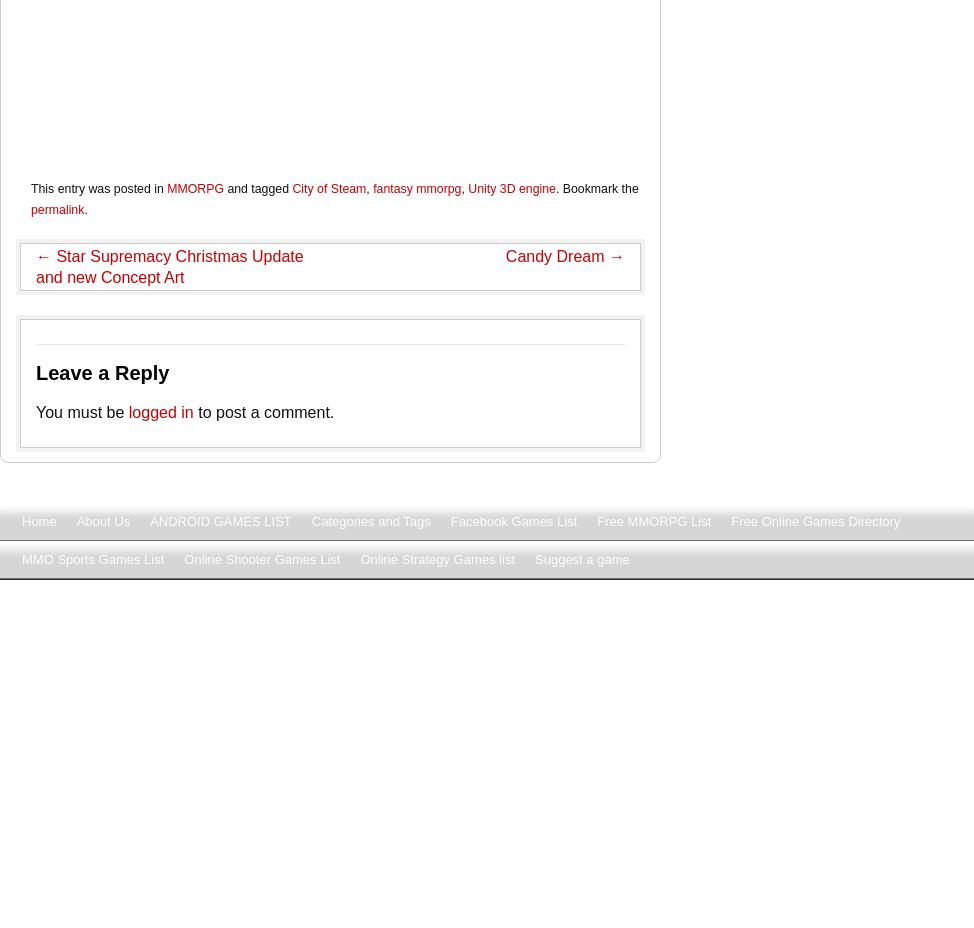 The width and height of the screenshot is (974, 928). What do you see at coordinates (223, 188) in the screenshot?
I see `'and tagged'` at bounding box center [223, 188].